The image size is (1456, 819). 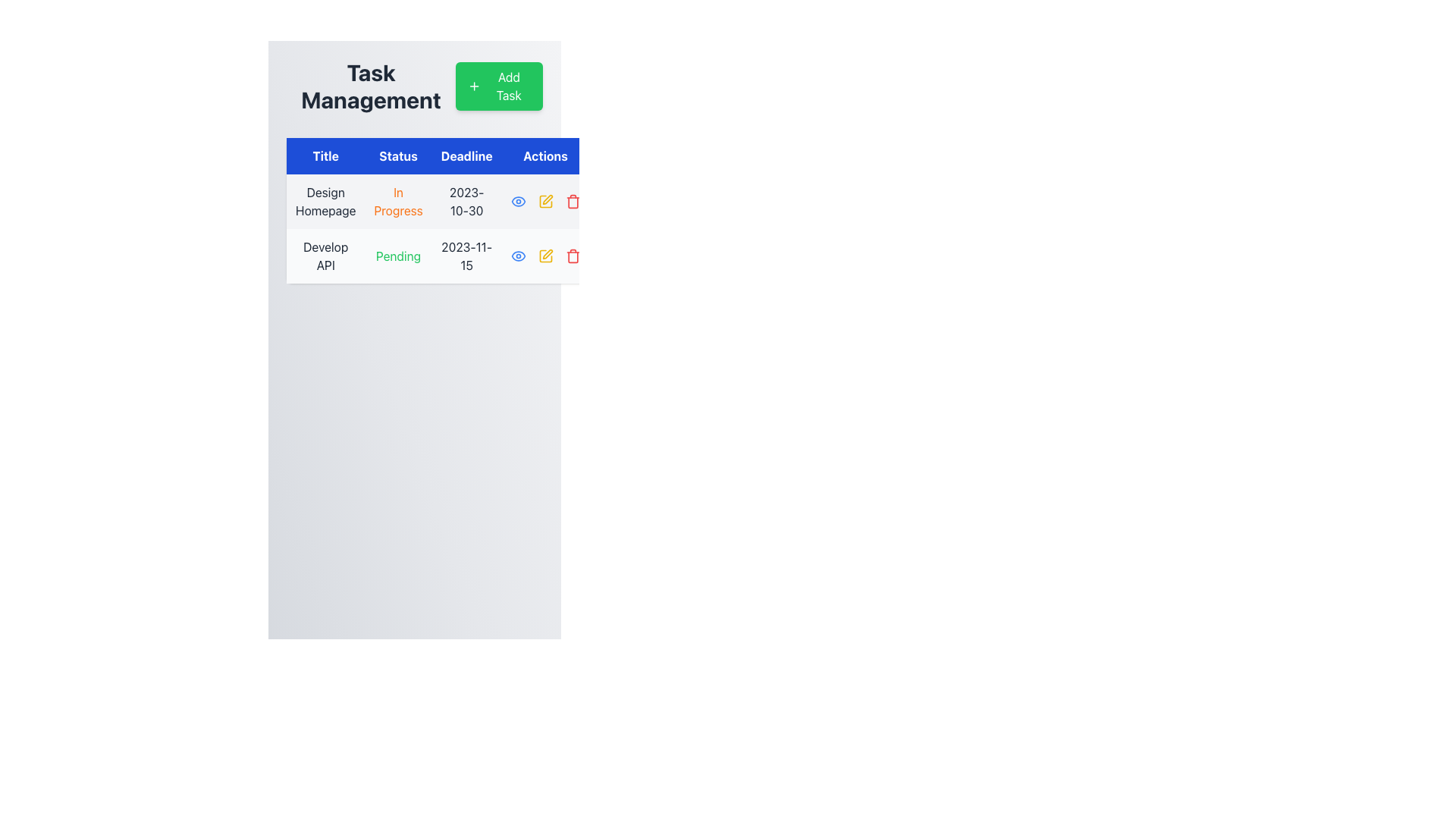 I want to click on the 'Add Task' button, which is a rectangular button with rounded corners, filled with a green background and white text, located to the right of the 'Task Management' text, so click(x=499, y=86).